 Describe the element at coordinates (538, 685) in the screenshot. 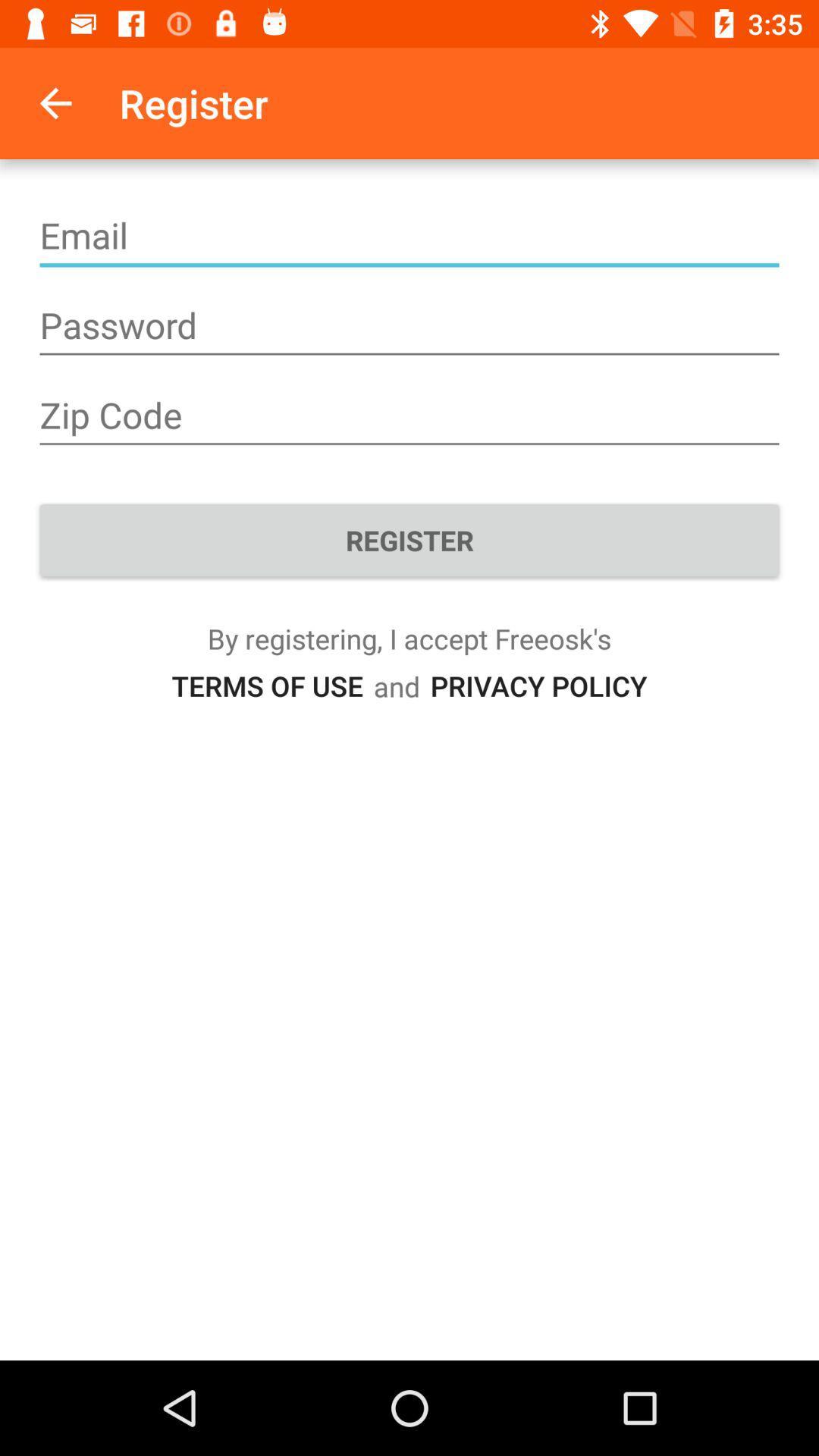

I see `the icon next to and` at that location.